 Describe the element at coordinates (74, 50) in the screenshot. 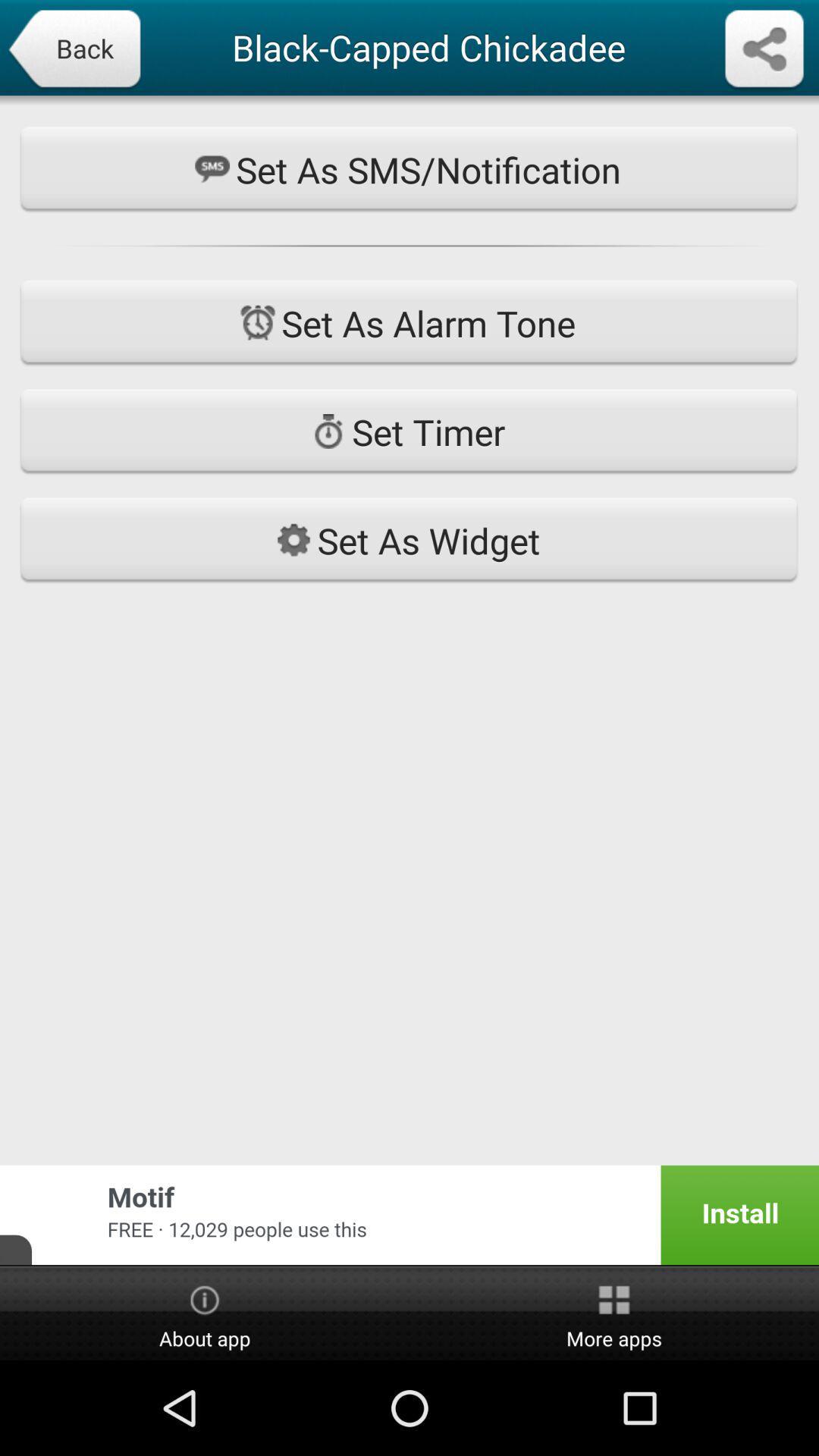

I see `the item next to the black-capped chickadee item` at that location.